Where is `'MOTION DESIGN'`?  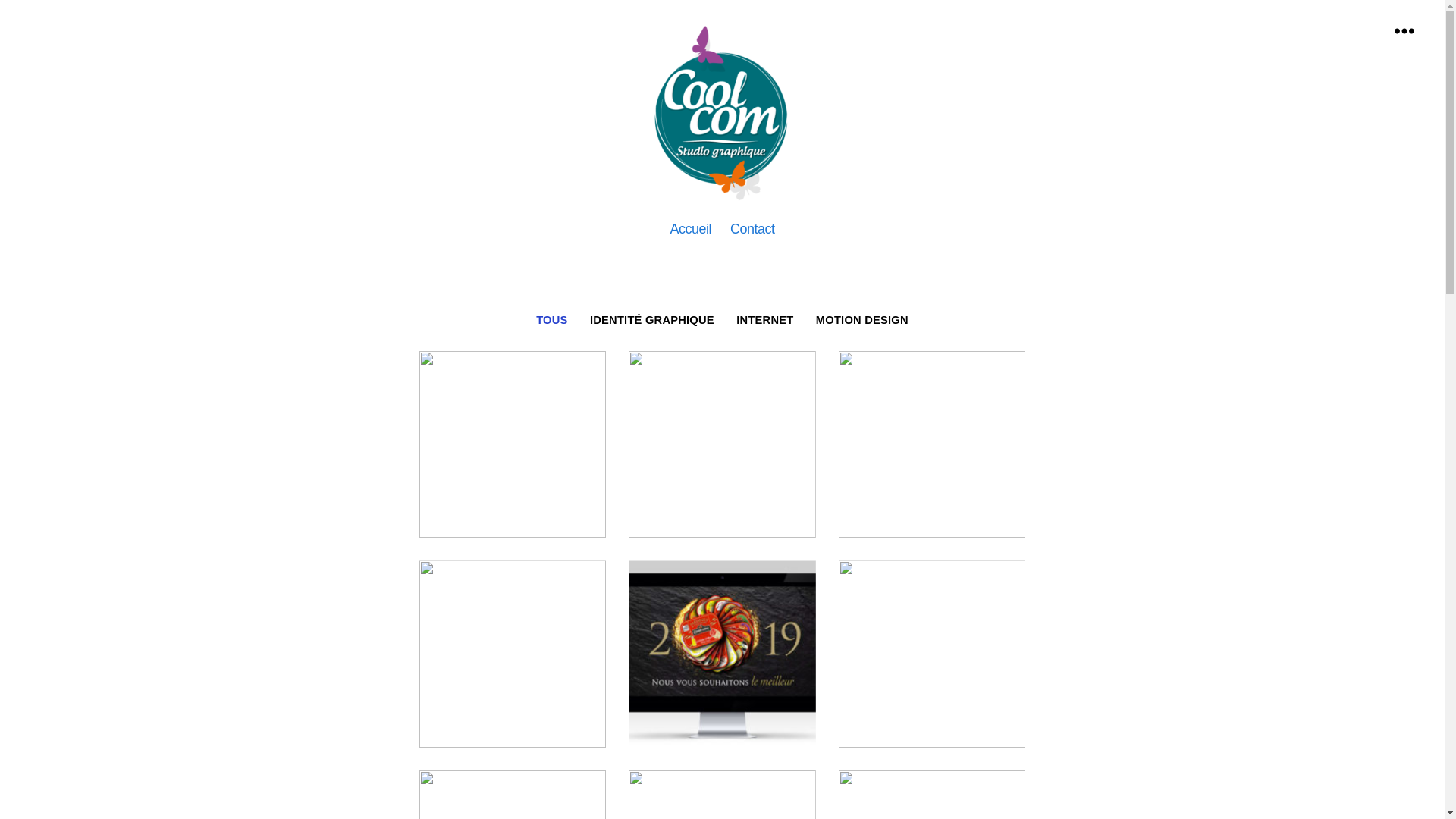 'MOTION DESIGN' is located at coordinates (803, 319).